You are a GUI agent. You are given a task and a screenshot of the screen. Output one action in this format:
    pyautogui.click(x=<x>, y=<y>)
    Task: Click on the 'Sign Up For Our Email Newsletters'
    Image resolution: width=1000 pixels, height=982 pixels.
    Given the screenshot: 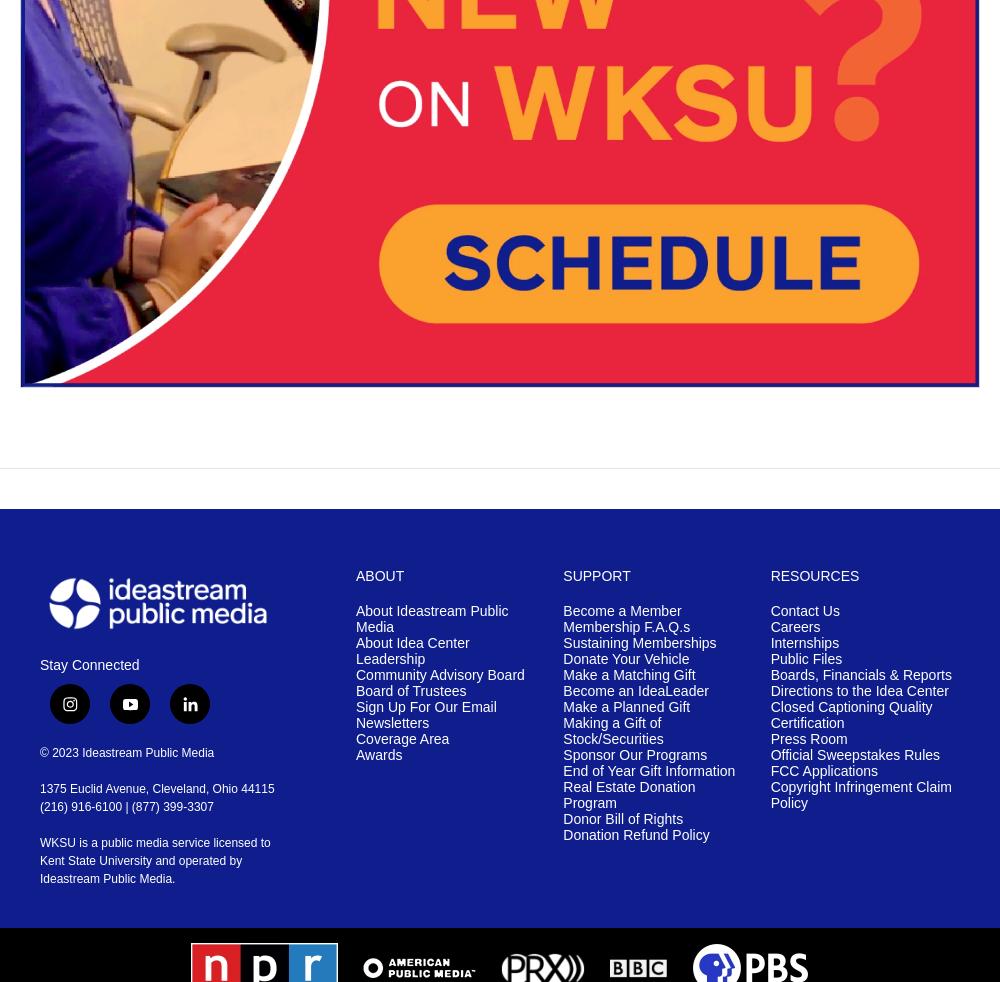 What is the action you would take?
    pyautogui.click(x=426, y=713)
    